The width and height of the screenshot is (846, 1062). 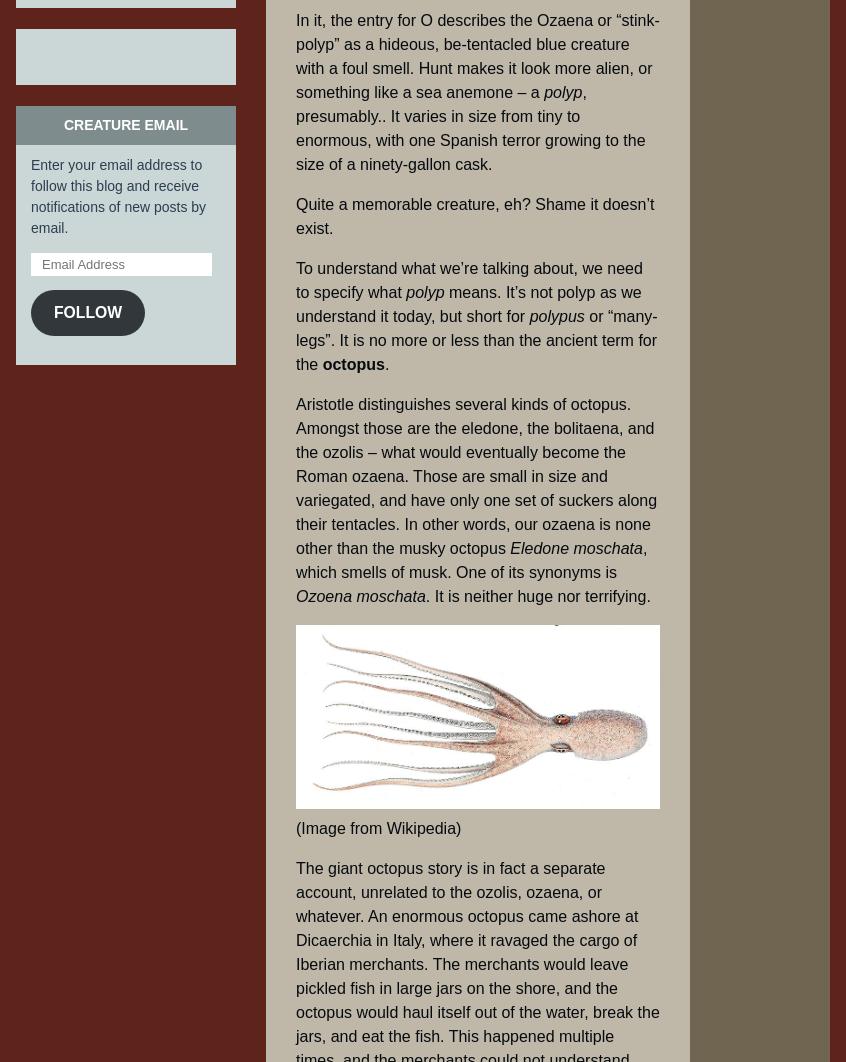 I want to click on 'Enter your email address to follow this blog and receive notifications of new posts by email.', so click(x=118, y=195).